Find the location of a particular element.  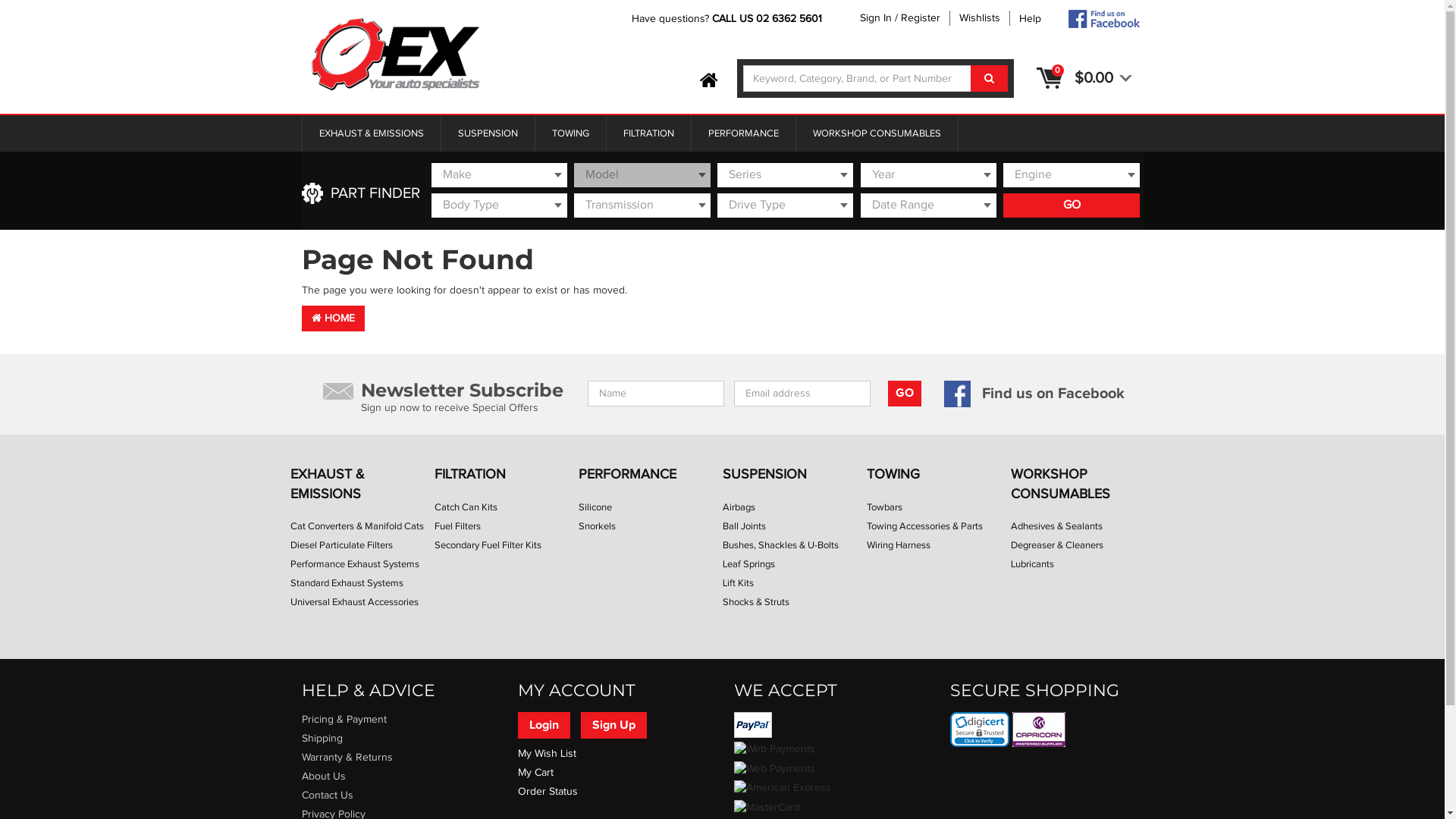

'Secondary Fuel Filter Kits' is located at coordinates (487, 544).